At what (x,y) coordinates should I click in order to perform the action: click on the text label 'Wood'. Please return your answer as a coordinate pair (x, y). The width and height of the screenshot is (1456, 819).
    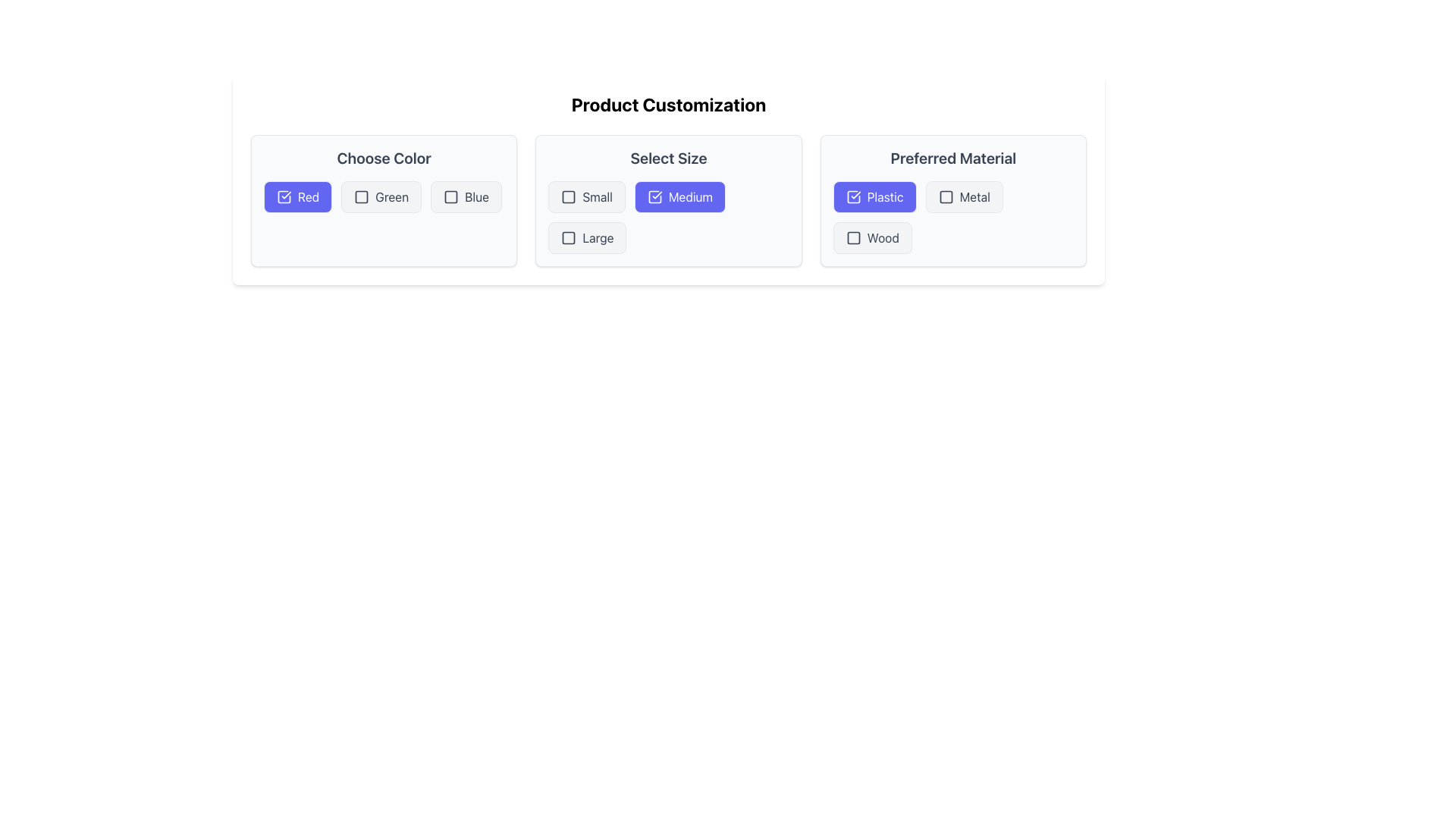
    Looking at the image, I should click on (883, 237).